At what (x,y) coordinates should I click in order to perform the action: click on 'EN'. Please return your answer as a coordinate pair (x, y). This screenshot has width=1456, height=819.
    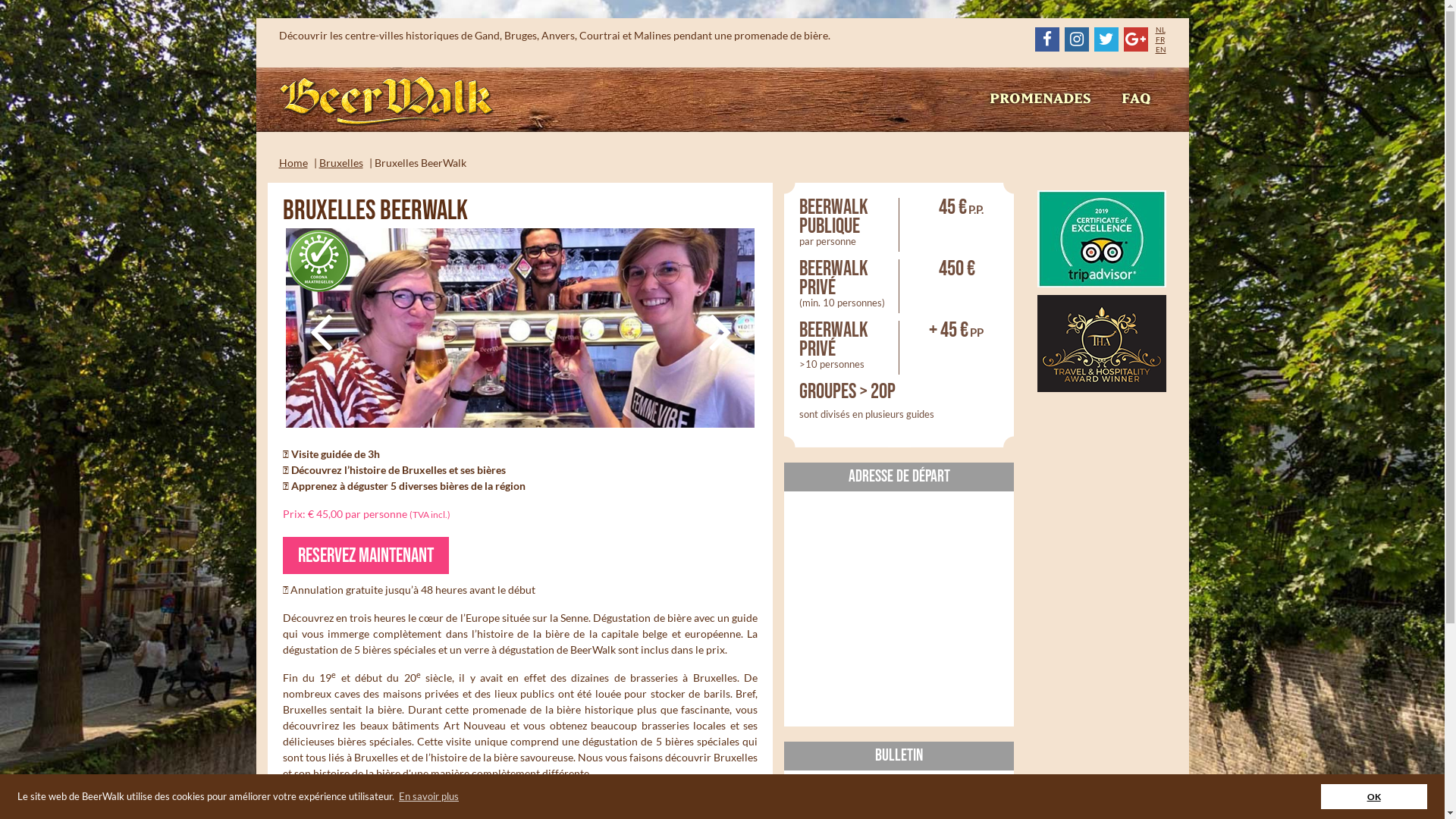
    Looking at the image, I should click on (1160, 49).